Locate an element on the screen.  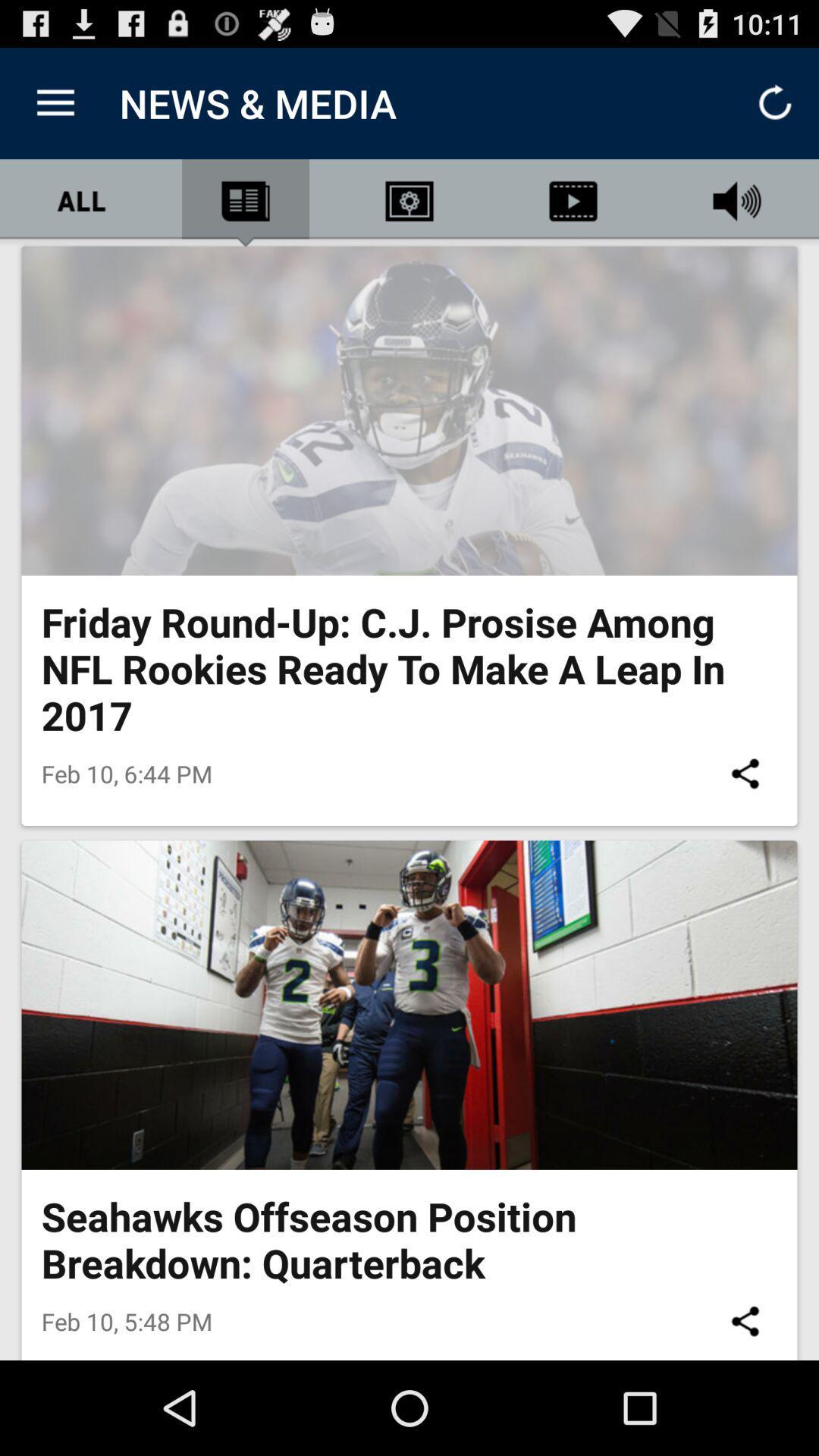
the item next to news & media icon is located at coordinates (55, 102).